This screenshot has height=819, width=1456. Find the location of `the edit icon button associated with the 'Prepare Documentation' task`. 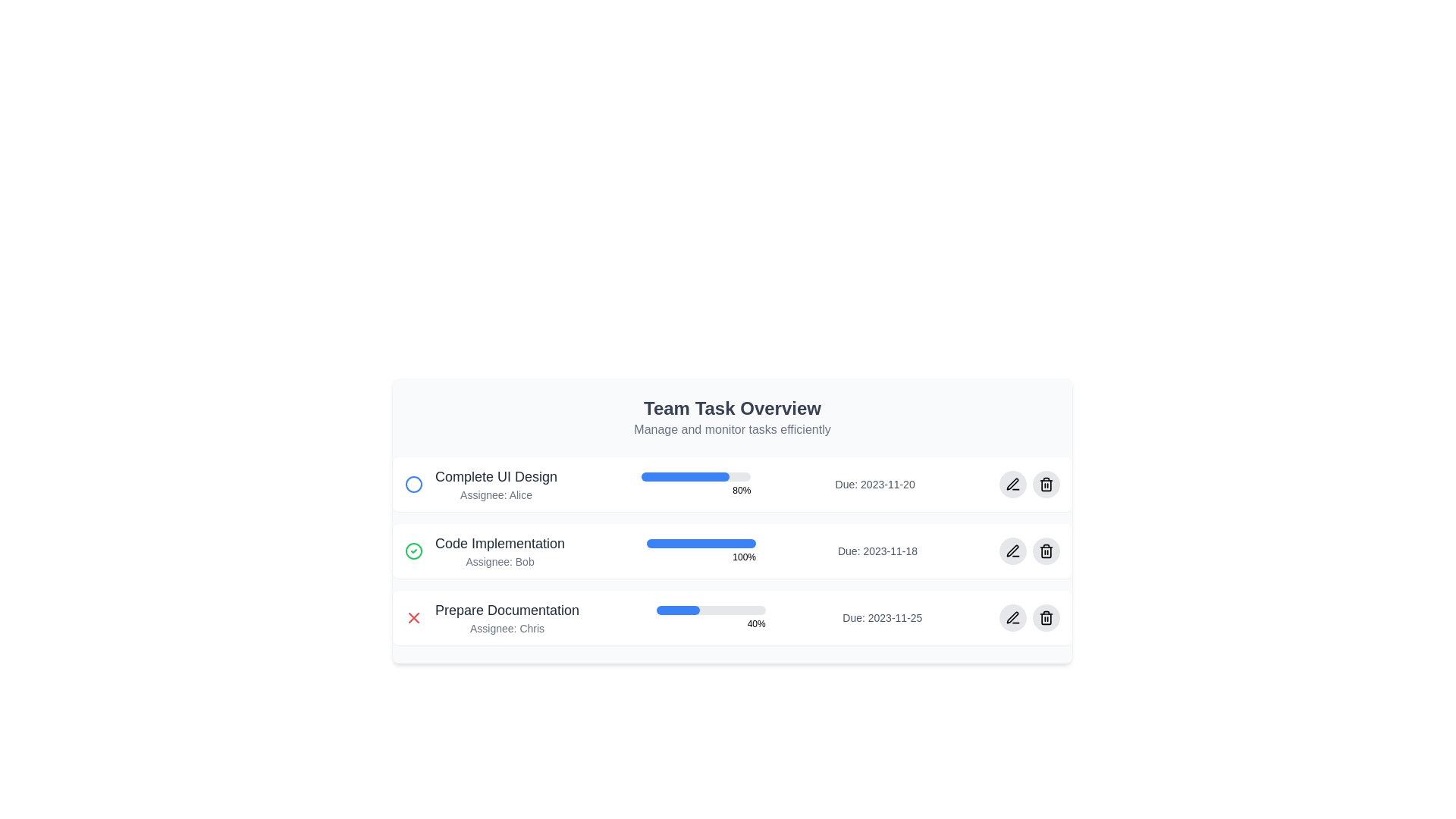

the edit icon button associated with the 'Prepare Documentation' task is located at coordinates (1012, 617).